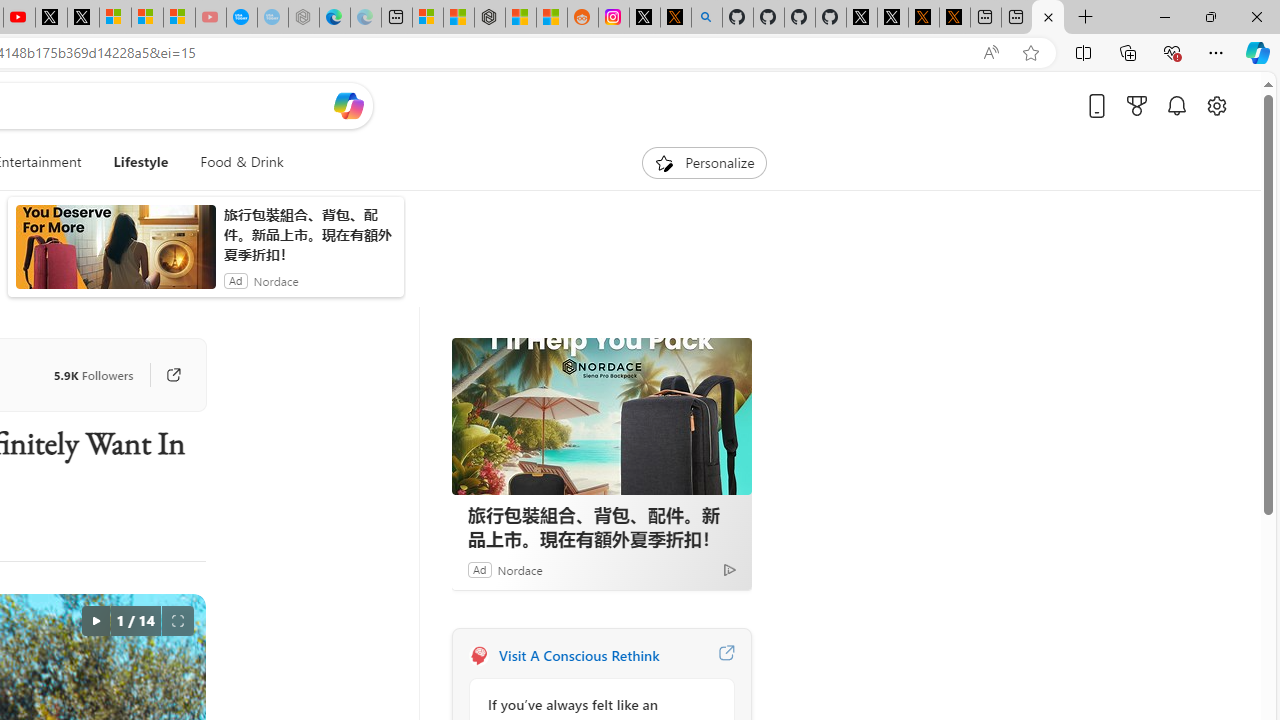  Describe the element at coordinates (923, 17) in the screenshot. I see `'X Privacy Policy'` at that location.